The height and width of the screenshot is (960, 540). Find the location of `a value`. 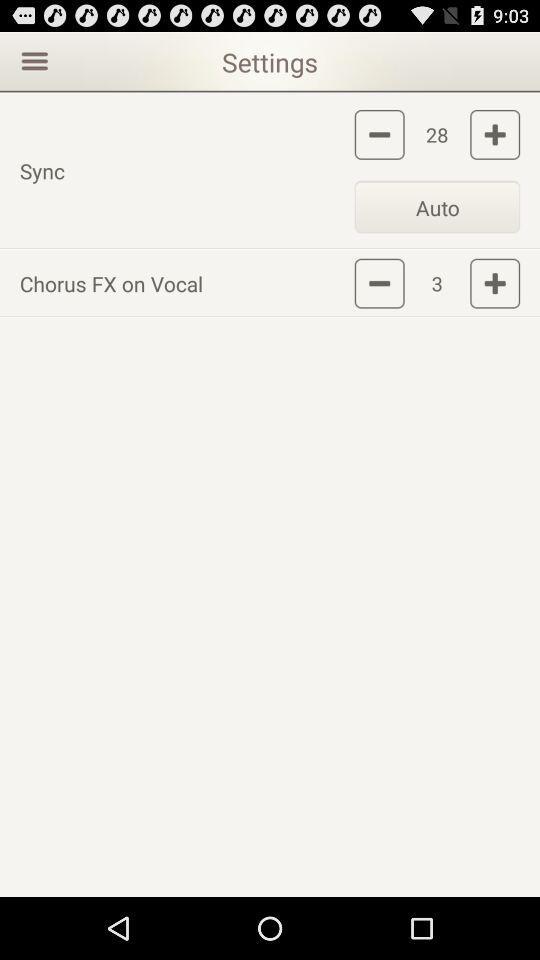

a value is located at coordinates (494, 282).